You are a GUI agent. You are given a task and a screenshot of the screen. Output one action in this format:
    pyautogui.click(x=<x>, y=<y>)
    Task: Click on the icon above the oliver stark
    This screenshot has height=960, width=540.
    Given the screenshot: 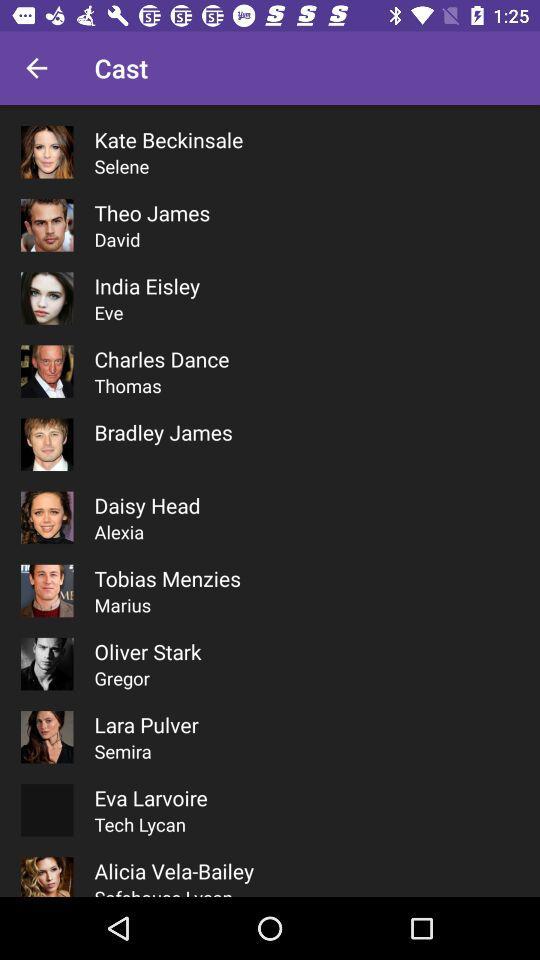 What is the action you would take?
    pyautogui.click(x=122, y=604)
    